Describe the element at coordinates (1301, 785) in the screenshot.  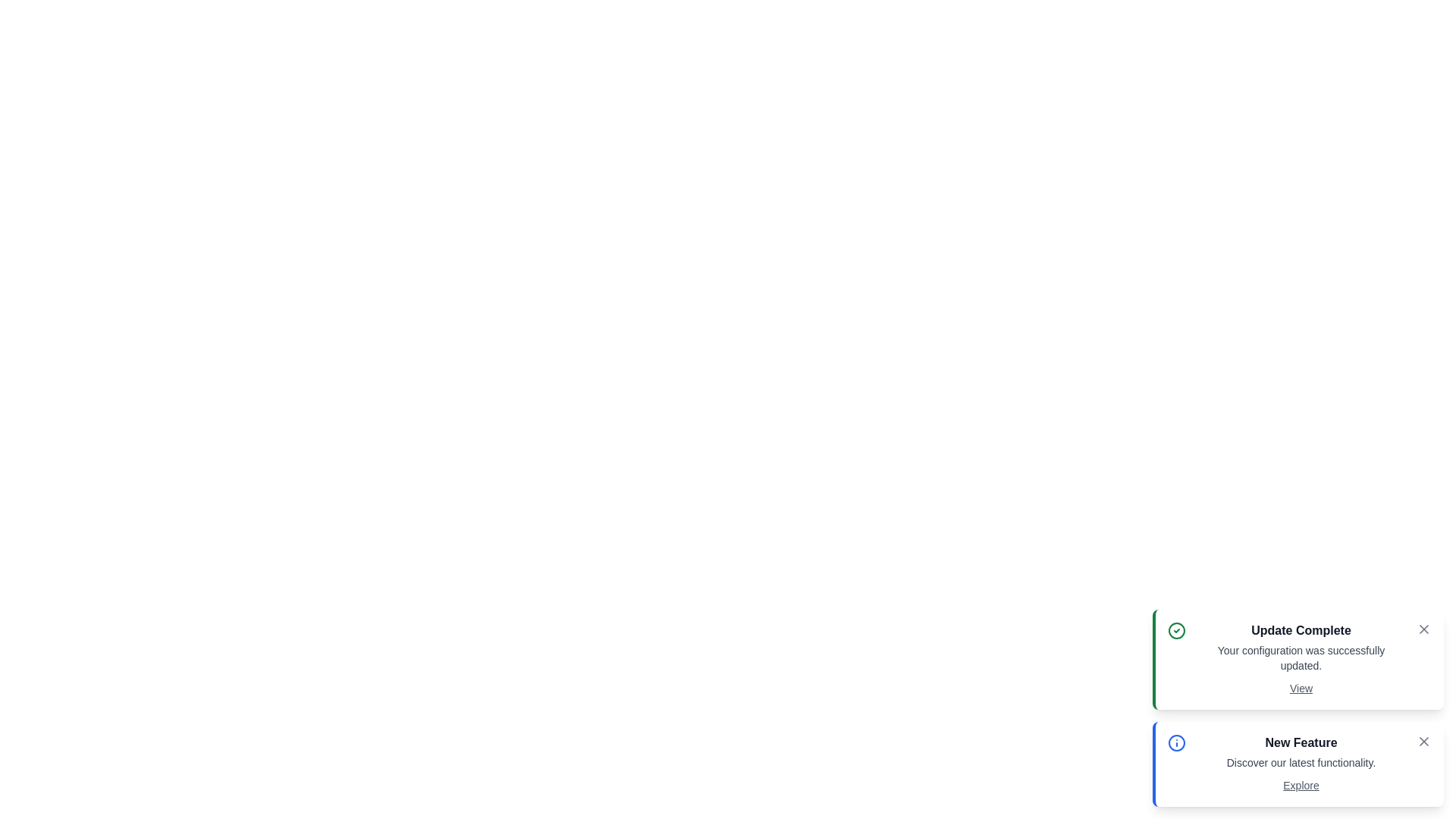
I see `the action link Explore in the notification bar` at that location.